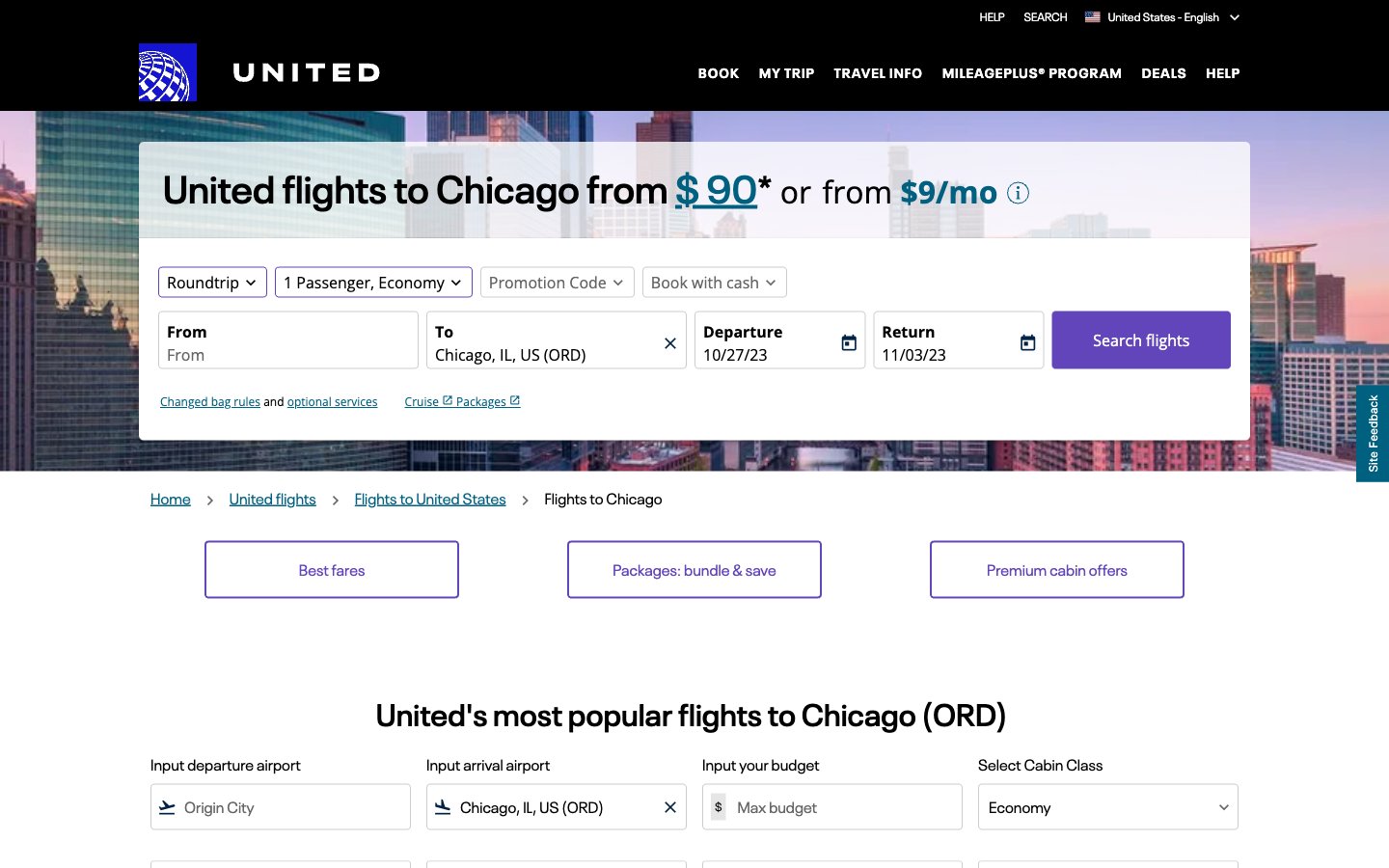  What do you see at coordinates (332, 569) in the screenshot?
I see `Redirect to Best Fares` at bounding box center [332, 569].